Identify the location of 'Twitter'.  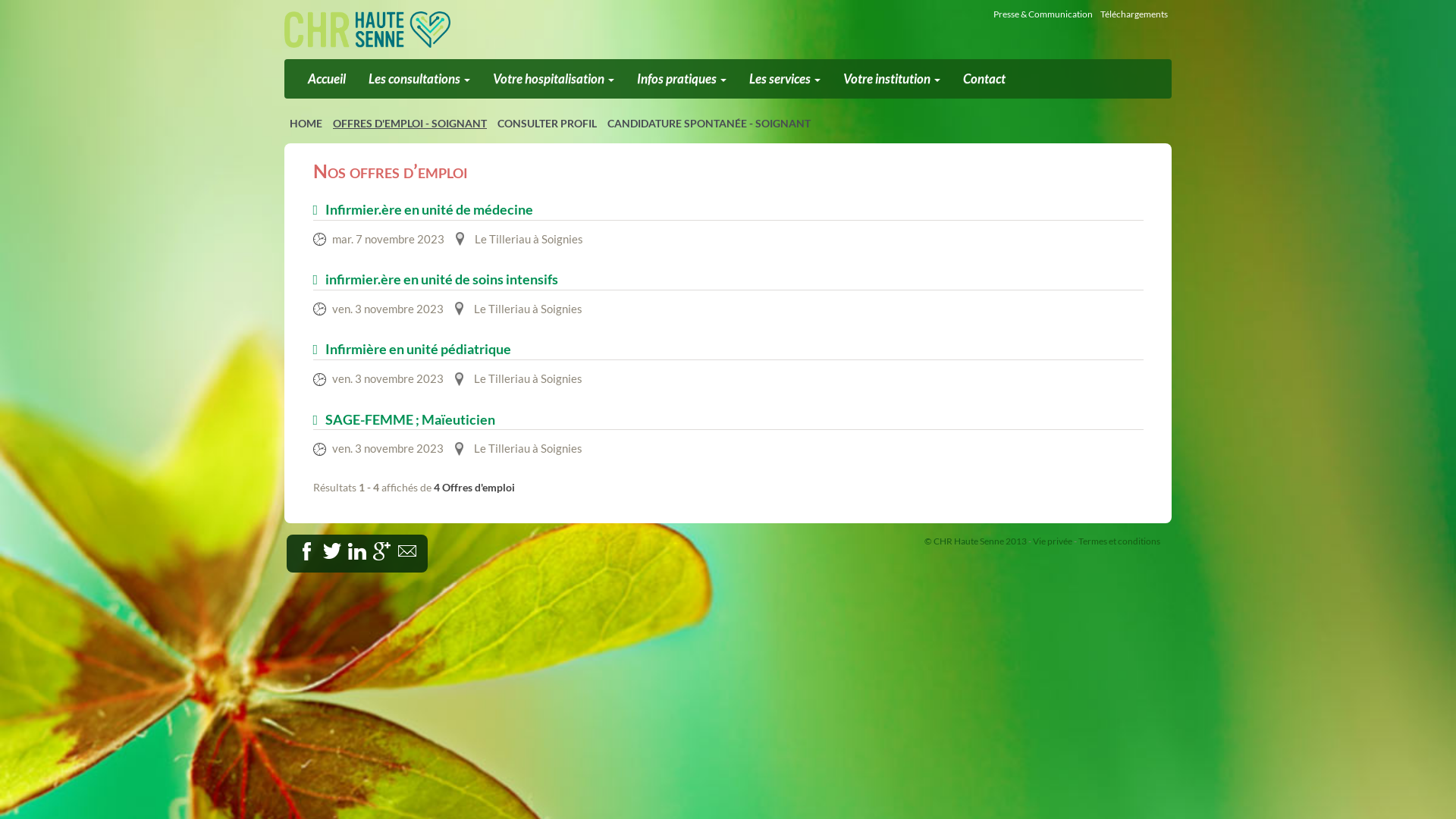
(346, 548).